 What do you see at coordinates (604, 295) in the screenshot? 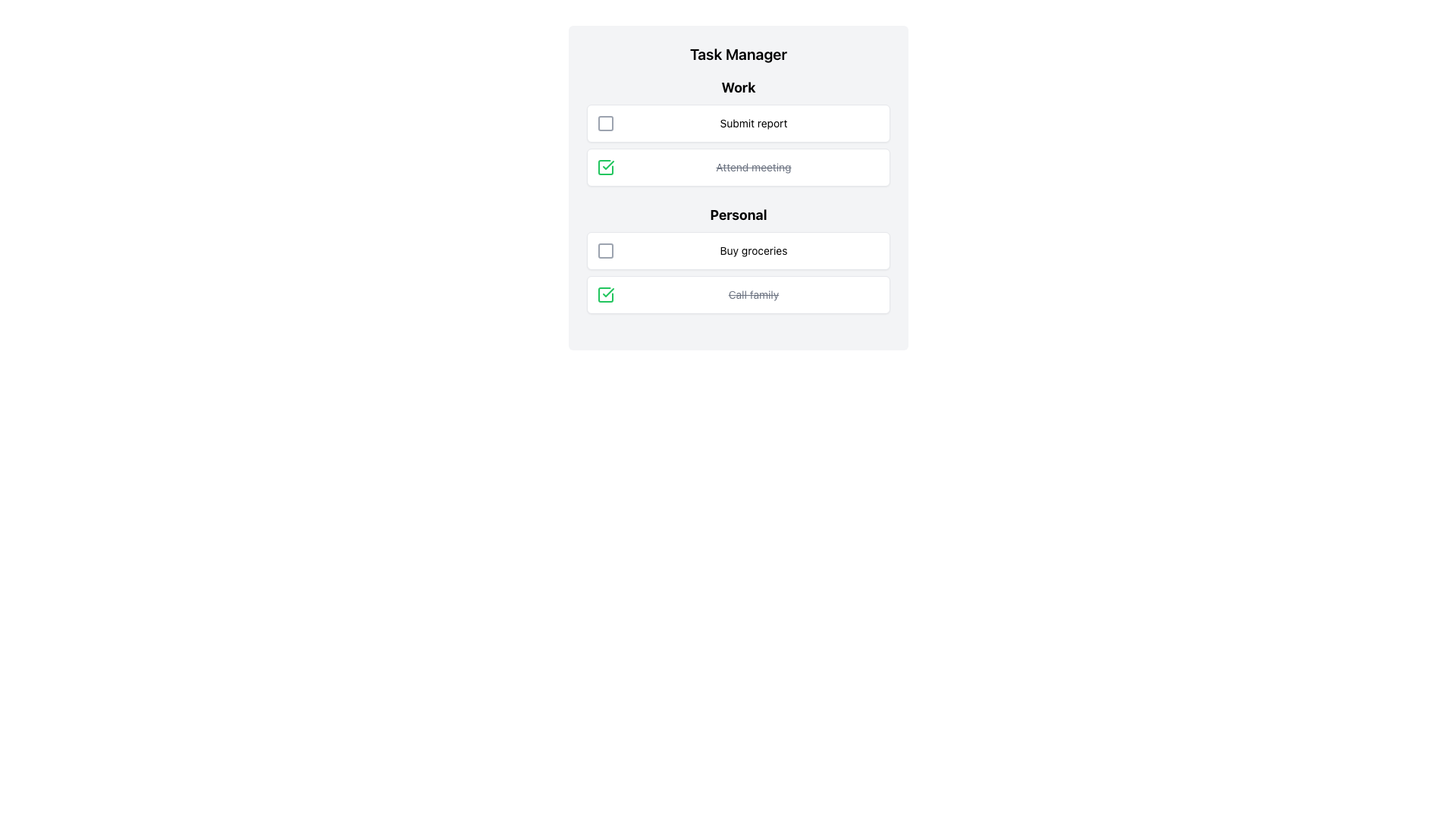
I see `the checkbox icon indicating the completion of the task 'Call family'` at bounding box center [604, 295].